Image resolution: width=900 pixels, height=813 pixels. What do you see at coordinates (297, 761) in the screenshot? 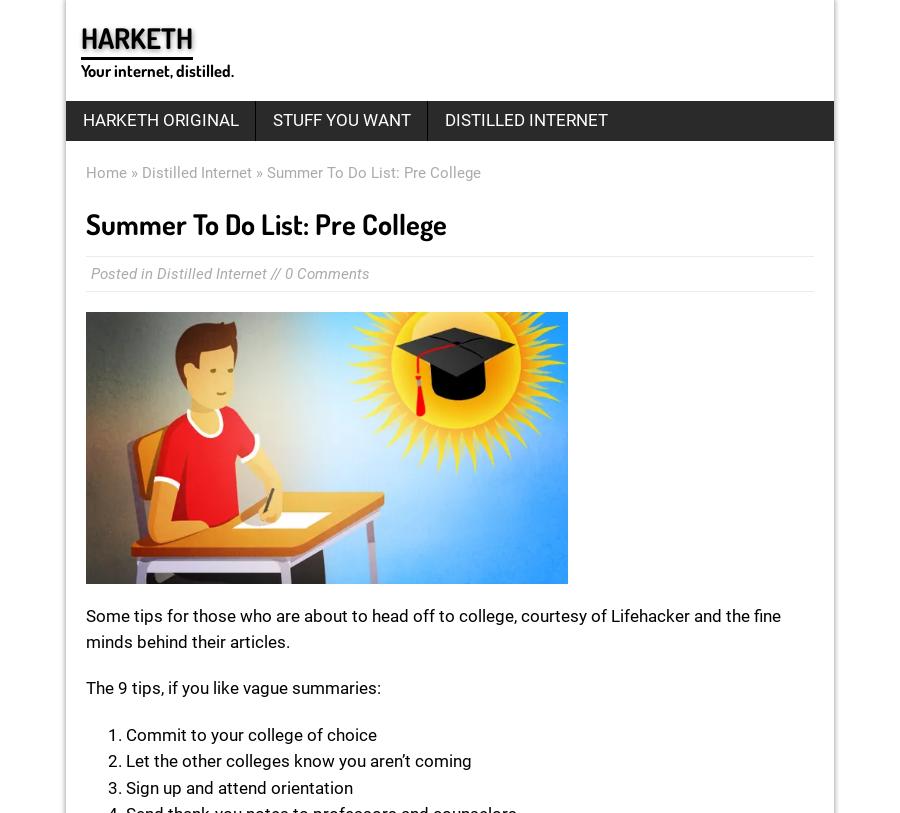
I see `'Let the other colleges know you aren’t coming'` at bounding box center [297, 761].